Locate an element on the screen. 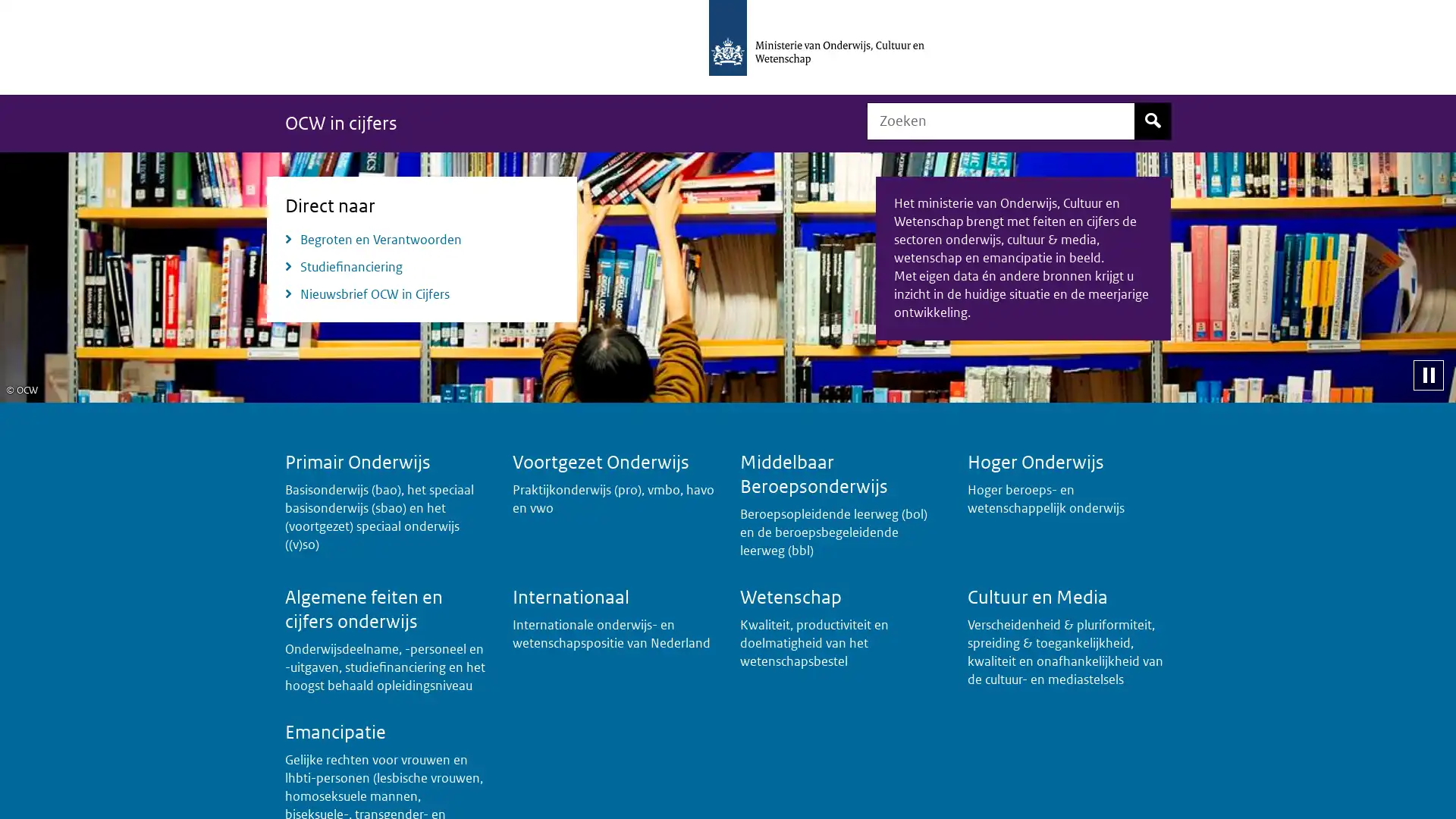 The image size is (1456, 819). Start zoeken is located at coordinates (1153, 120).